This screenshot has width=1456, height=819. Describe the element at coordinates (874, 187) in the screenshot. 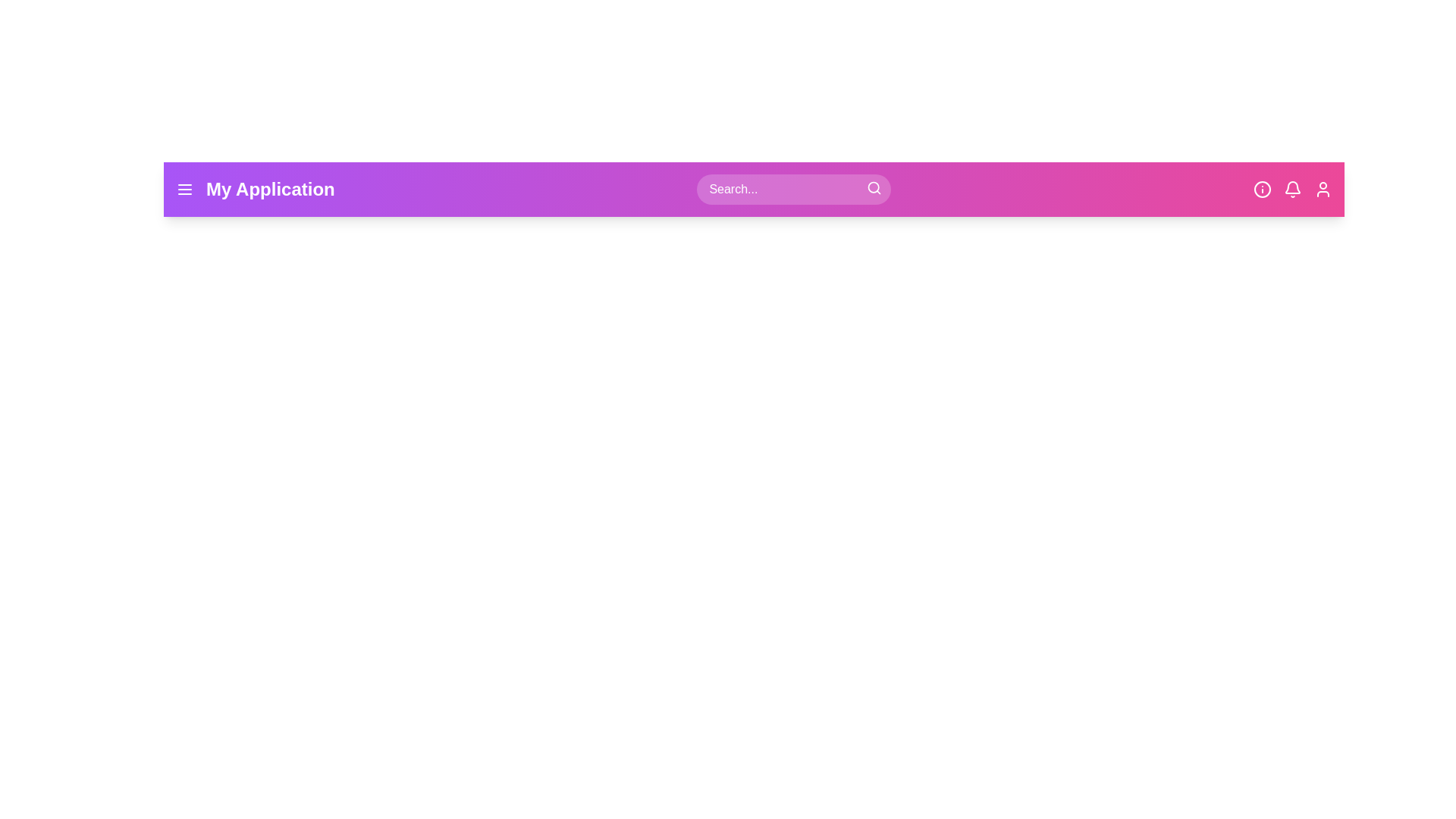

I see `the search icon to focus on the search input field` at that location.